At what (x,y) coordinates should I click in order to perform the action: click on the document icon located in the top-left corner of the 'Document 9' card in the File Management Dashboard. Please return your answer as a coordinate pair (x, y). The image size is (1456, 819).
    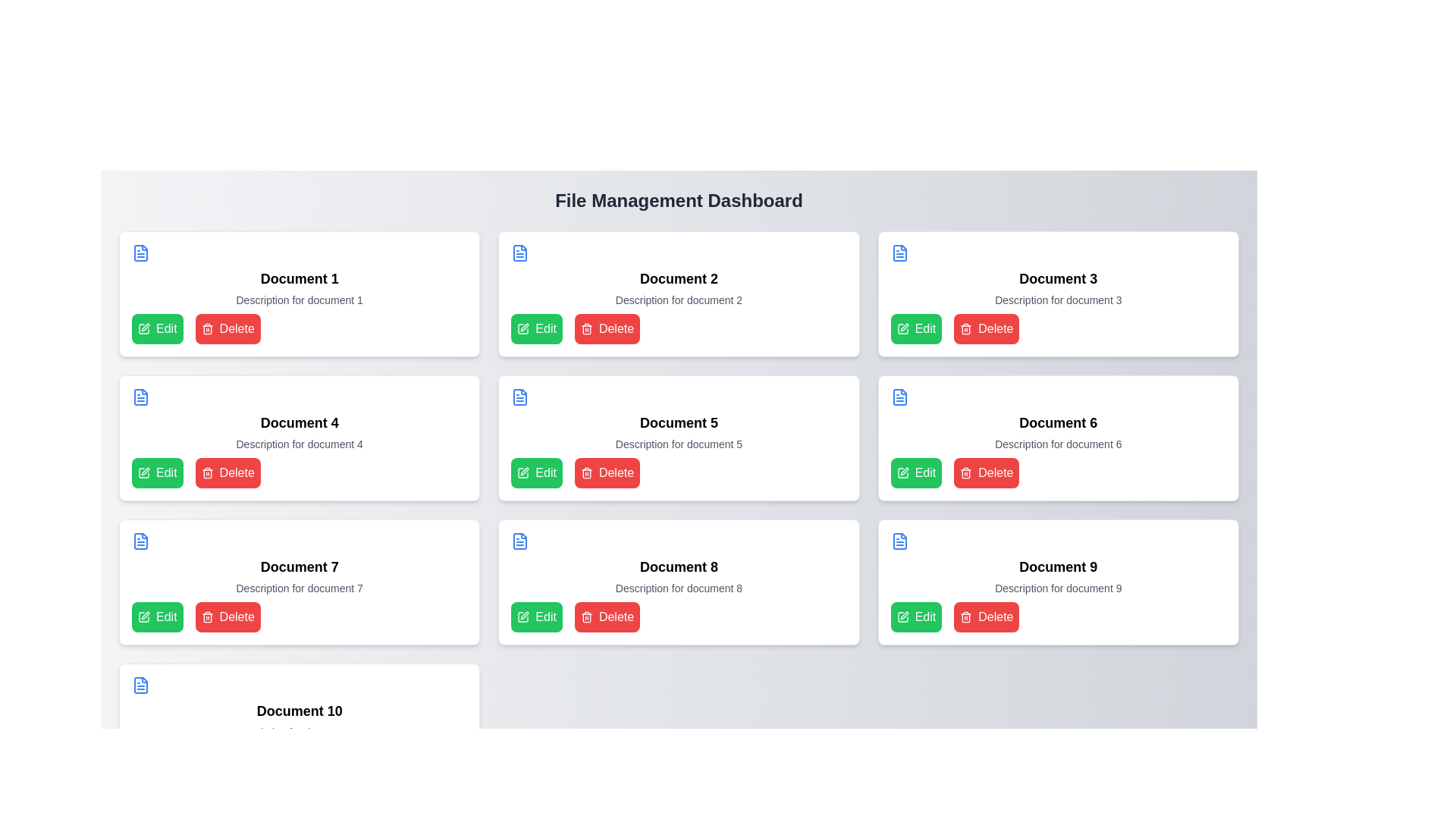
    Looking at the image, I should click on (899, 540).